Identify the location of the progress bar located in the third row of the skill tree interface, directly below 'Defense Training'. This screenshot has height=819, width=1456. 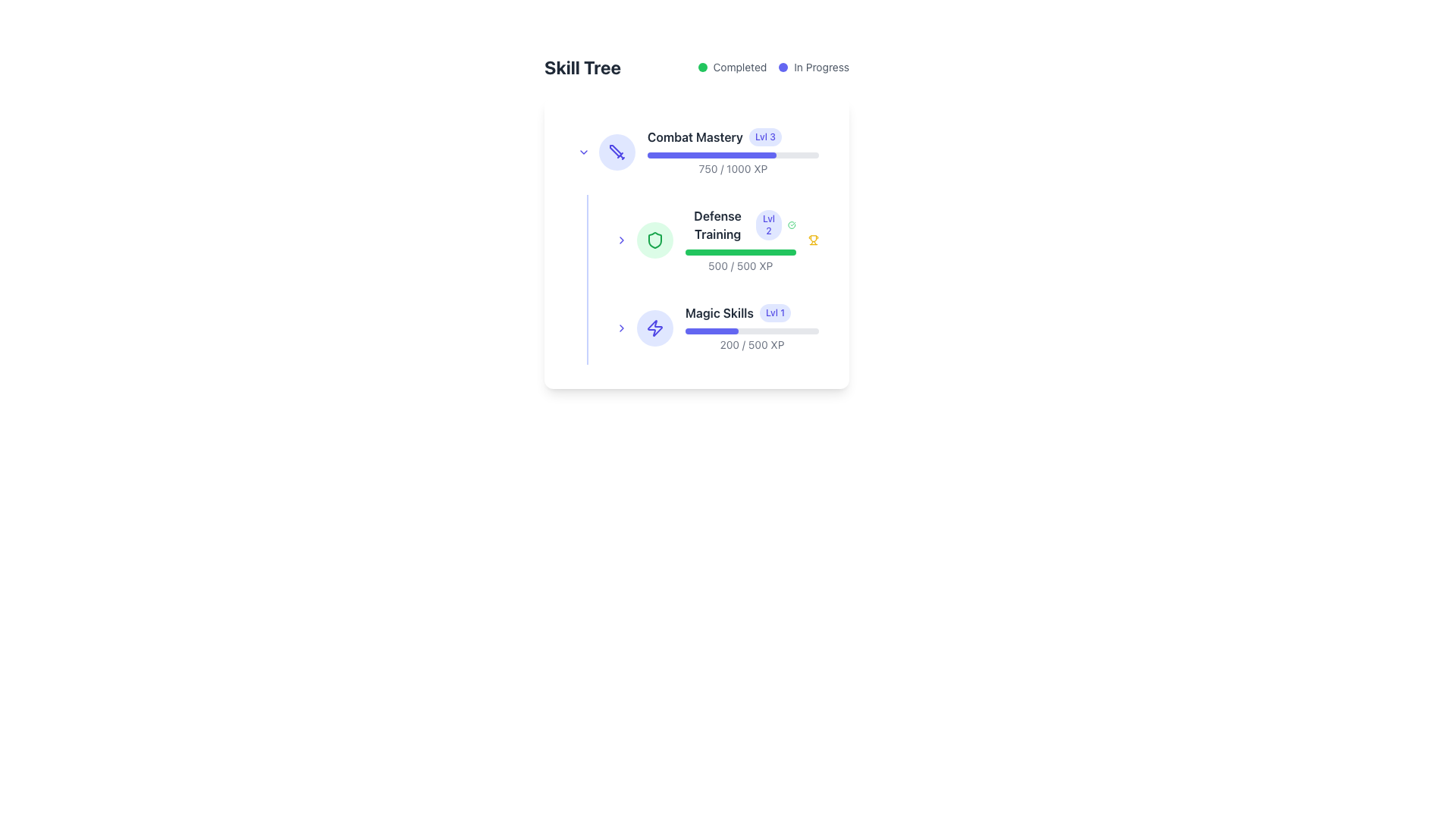
(752, 327).